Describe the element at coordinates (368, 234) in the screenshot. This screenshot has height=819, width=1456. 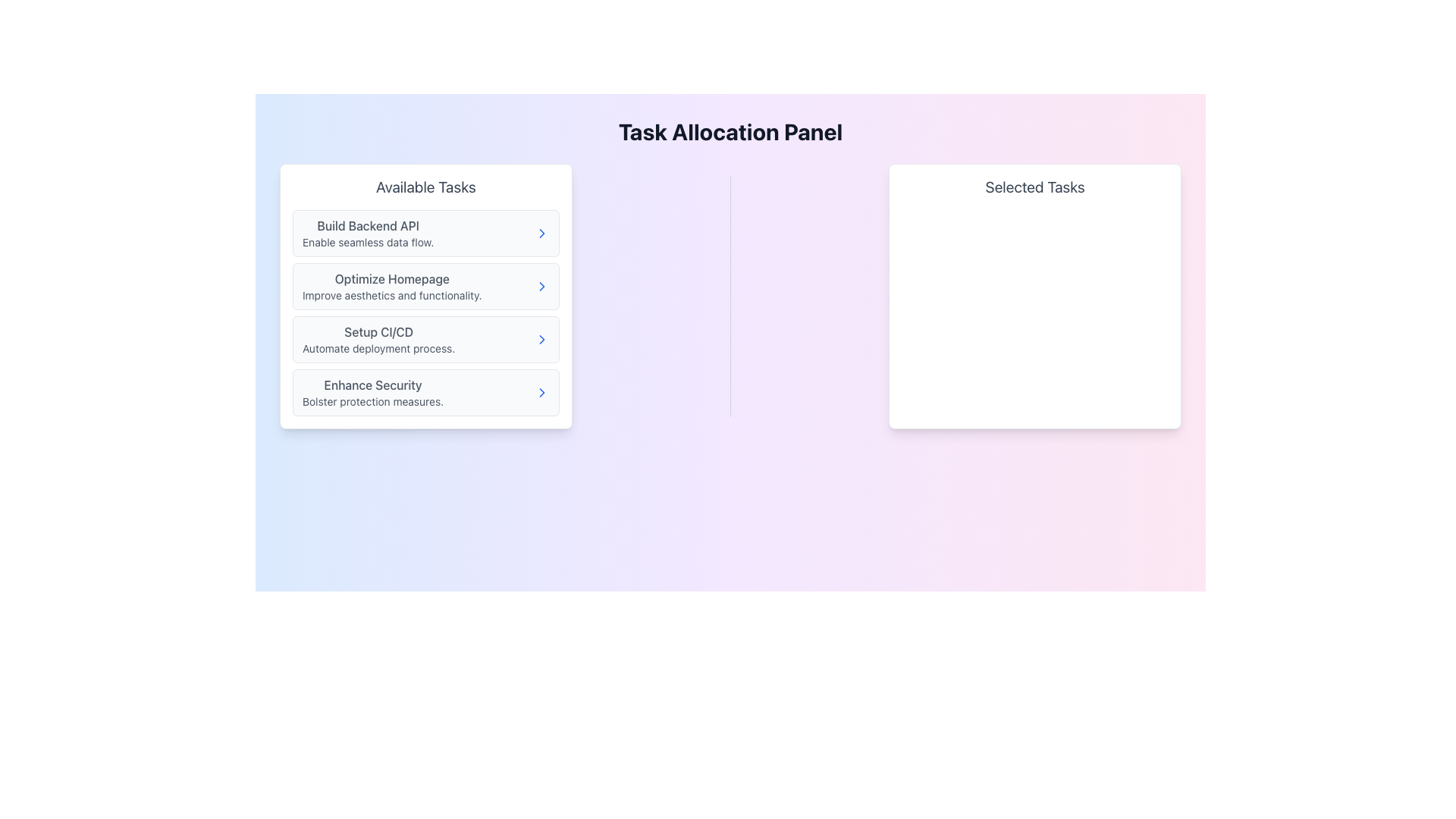
I see `the 'Build Backend API' text element, which is the first item in the 'Available Tasks' list` at that location.